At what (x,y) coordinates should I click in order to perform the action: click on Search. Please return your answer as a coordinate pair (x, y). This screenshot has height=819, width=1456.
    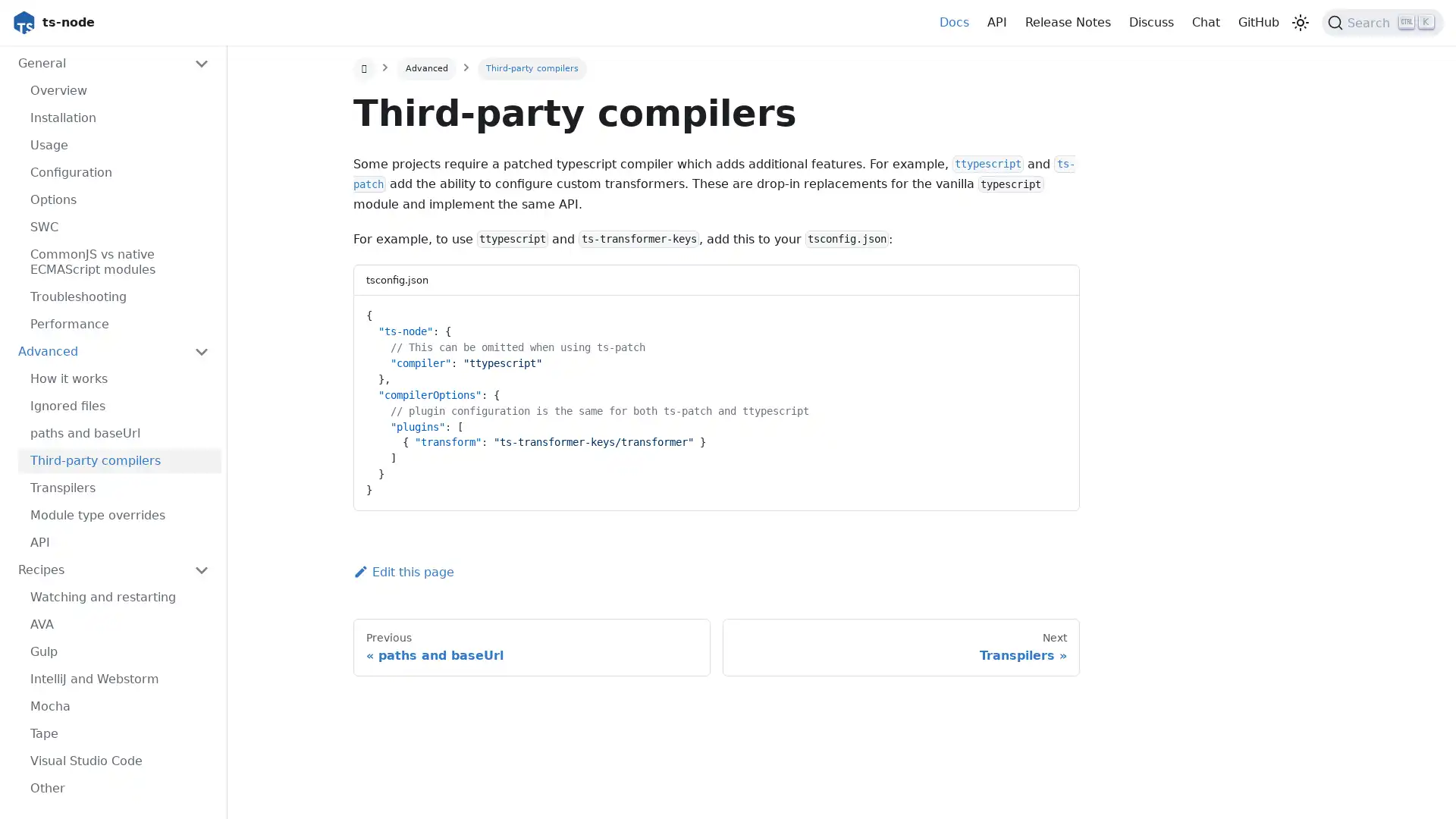
    Looking at the image, I should click on (1382, 23).